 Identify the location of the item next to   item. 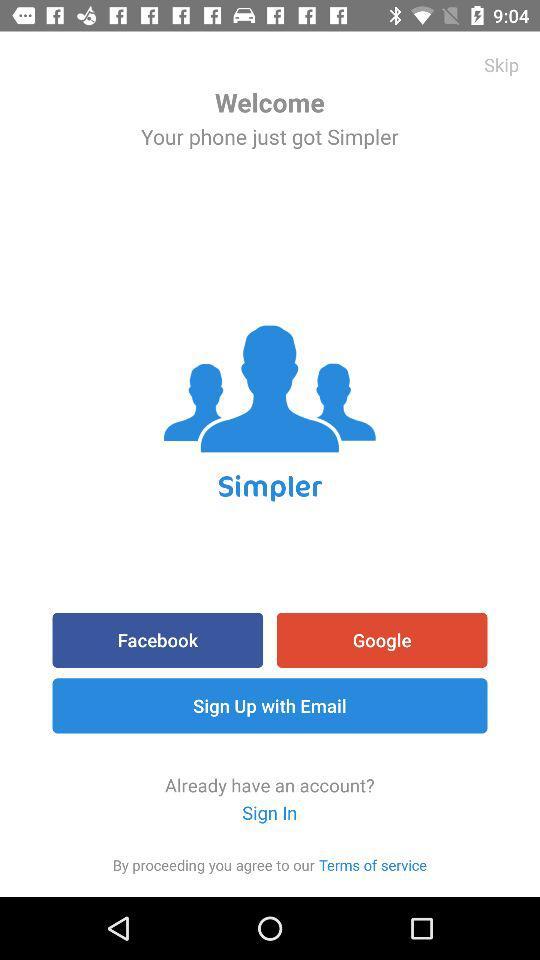
(373, 863).